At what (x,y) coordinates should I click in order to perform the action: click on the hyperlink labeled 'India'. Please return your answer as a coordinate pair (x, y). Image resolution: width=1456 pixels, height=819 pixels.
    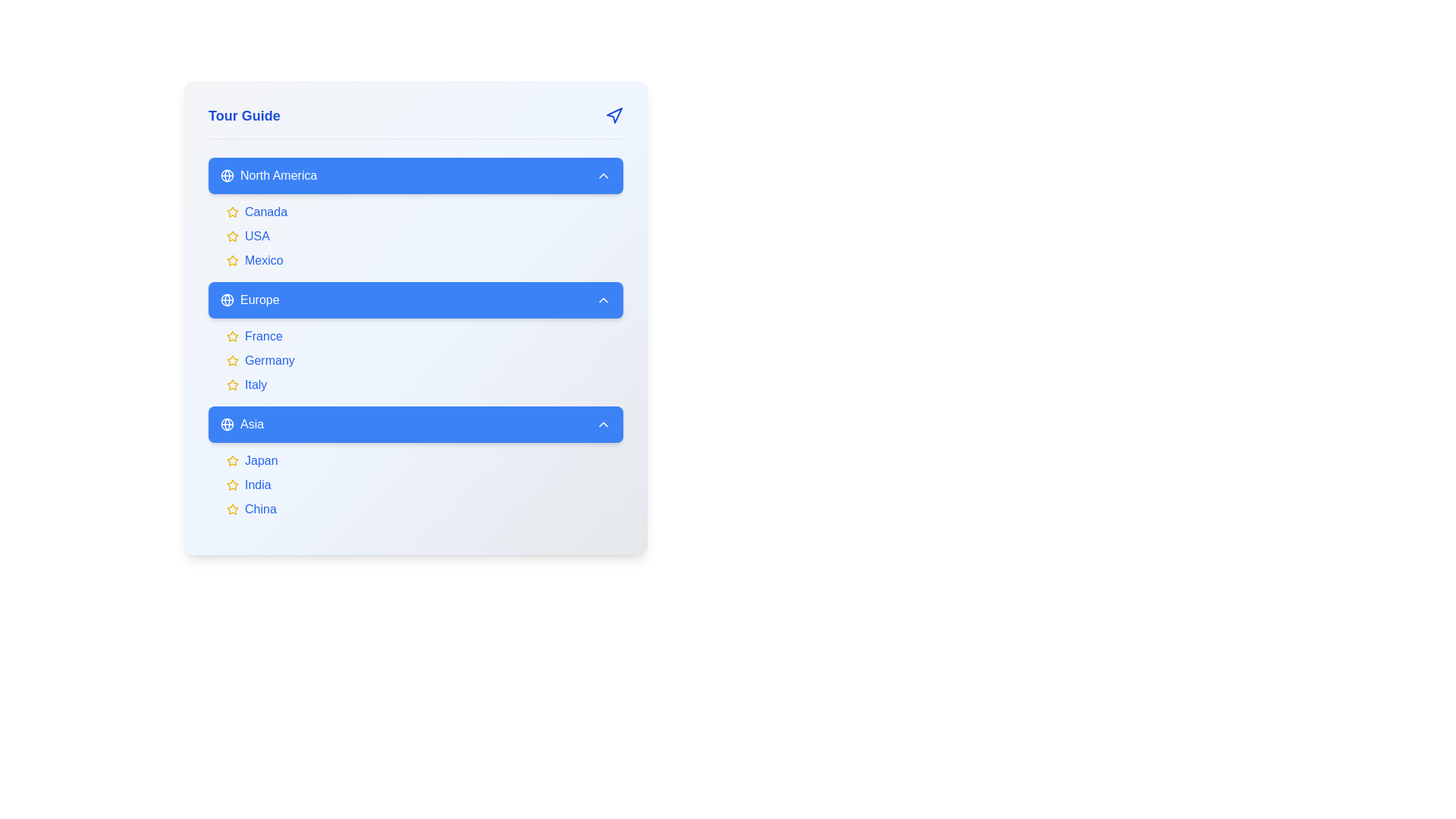
    Looking at the image, I should click on (258, 485).